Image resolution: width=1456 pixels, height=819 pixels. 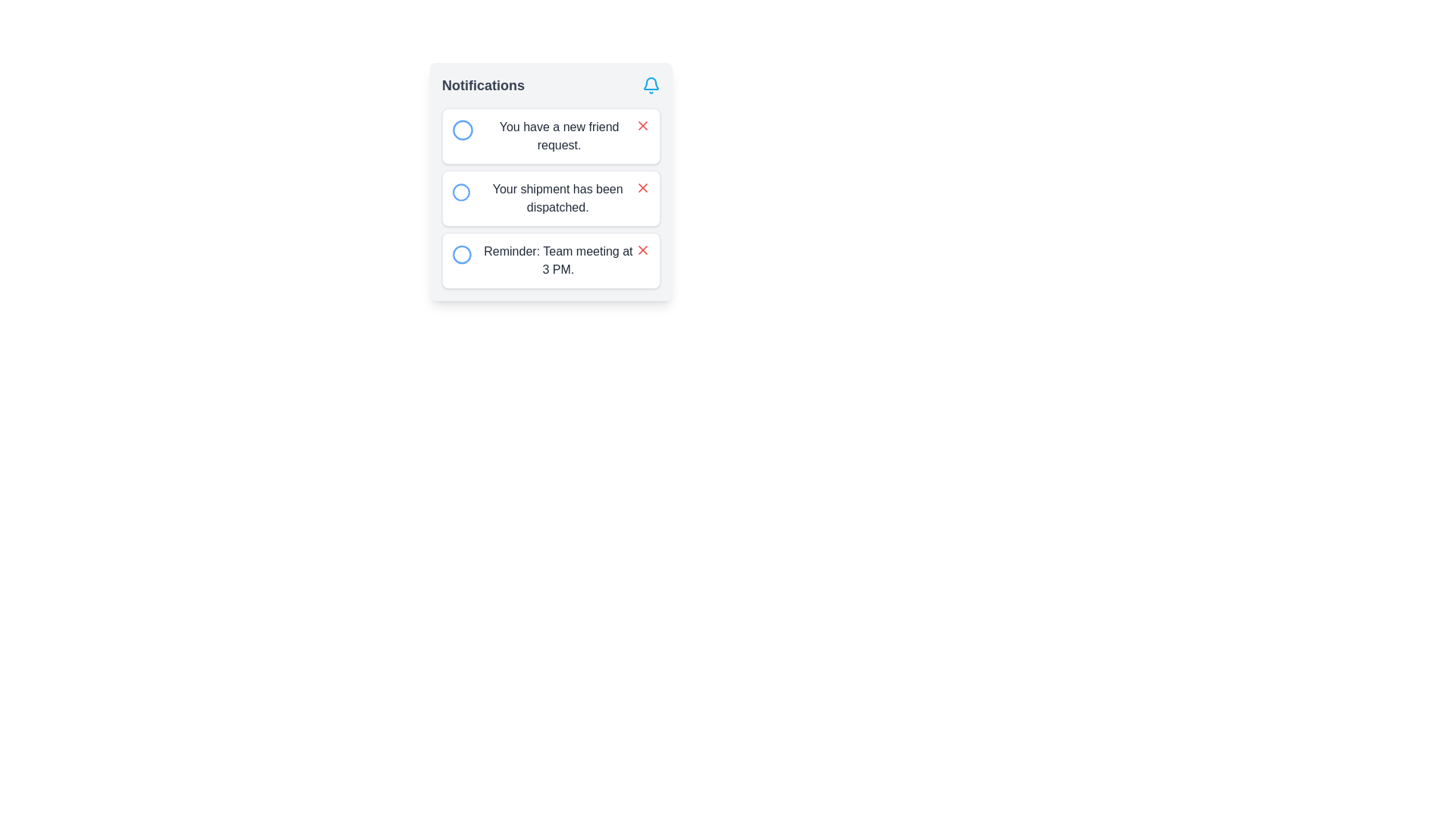 I want to click on the second 'X' icon in the notification interface to indicate interactivity, so click(x=643, y=187).